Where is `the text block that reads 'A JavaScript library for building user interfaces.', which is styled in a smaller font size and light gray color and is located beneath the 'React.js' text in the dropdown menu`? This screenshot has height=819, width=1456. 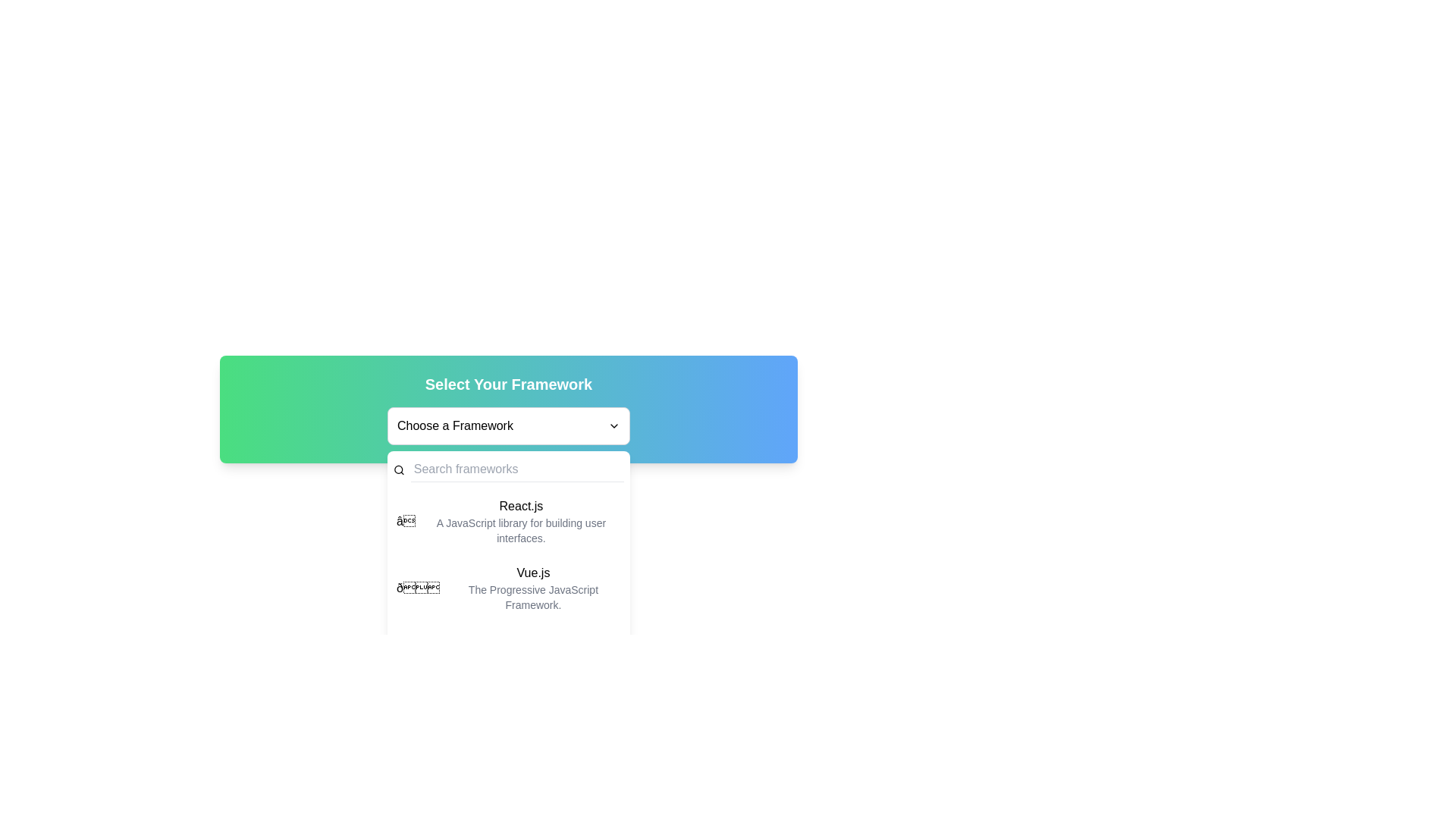 the text block that reads 'A JavaScript library for building user interfaces.', which is styled in a smaller font size and light gray color and is located beneath the 'React.js' text in the dropdown menu is located at coordinates (521, 529).